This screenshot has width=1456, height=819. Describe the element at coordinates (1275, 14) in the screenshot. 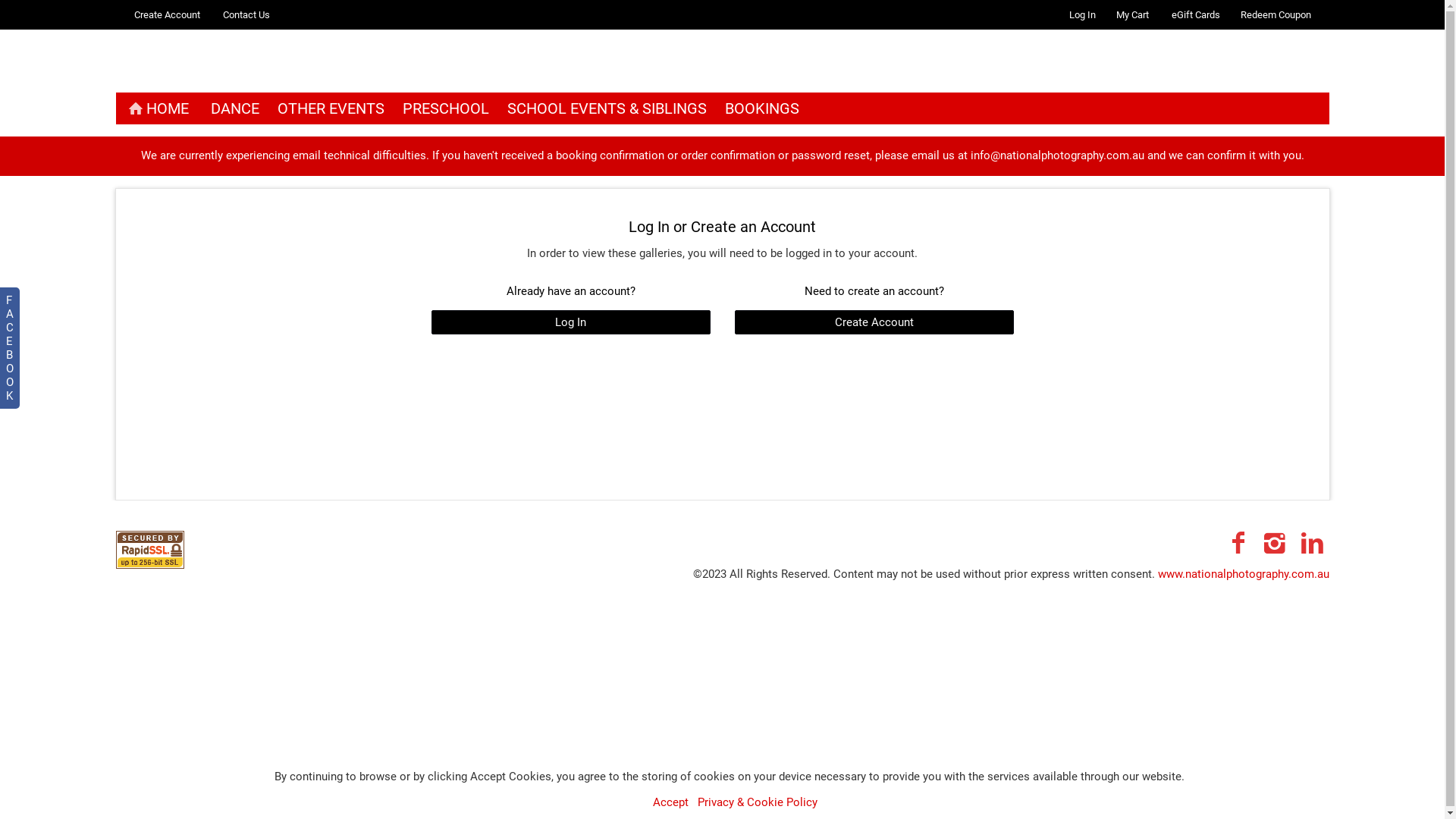

I see `'Redeem Coupon'` at that location.